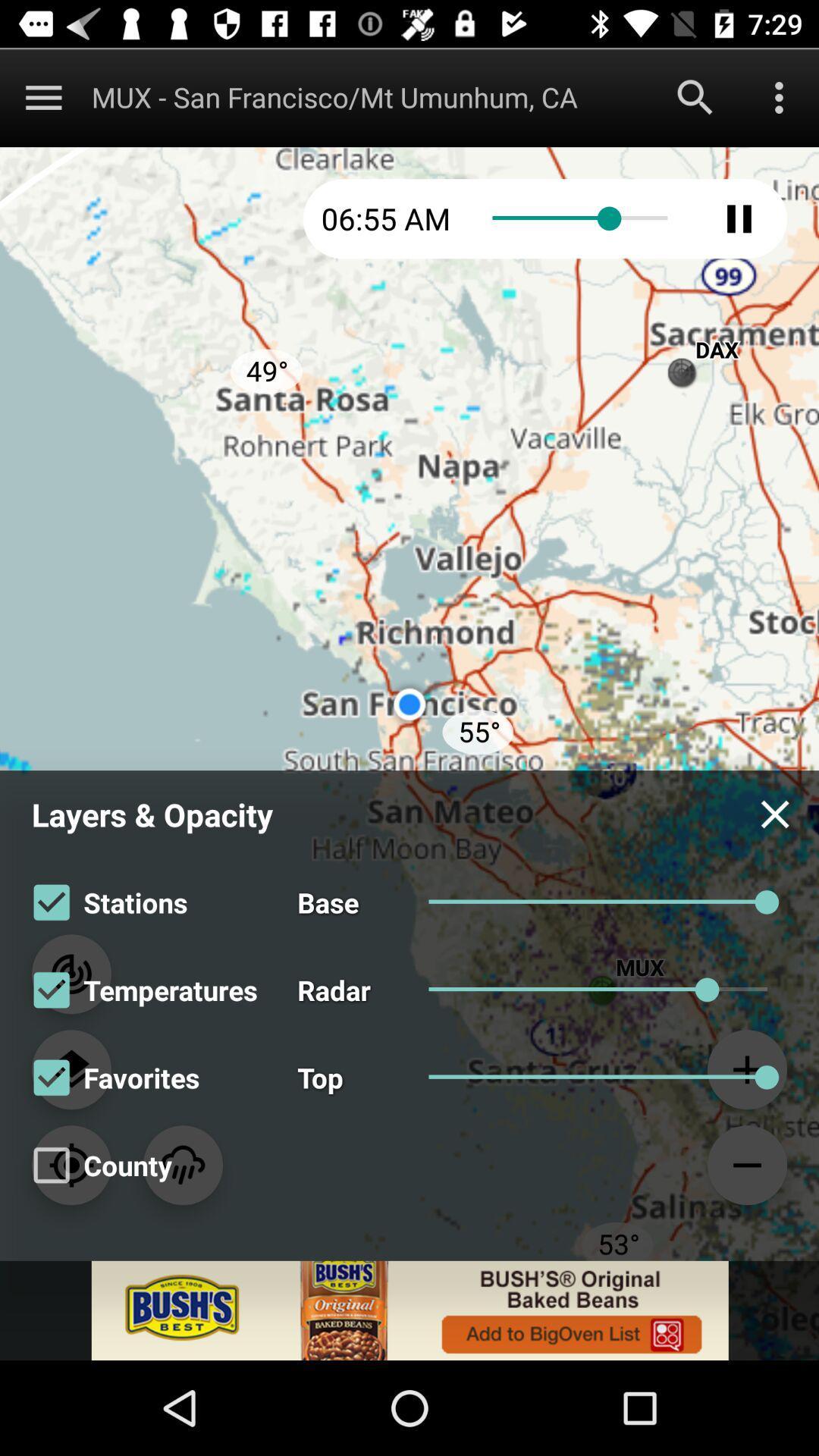 This screenshot has height=1456, width=819. What do you see at coordinates (779, 96) in the screenshot?
I see `the more icon` at bounding box center [779, 96].